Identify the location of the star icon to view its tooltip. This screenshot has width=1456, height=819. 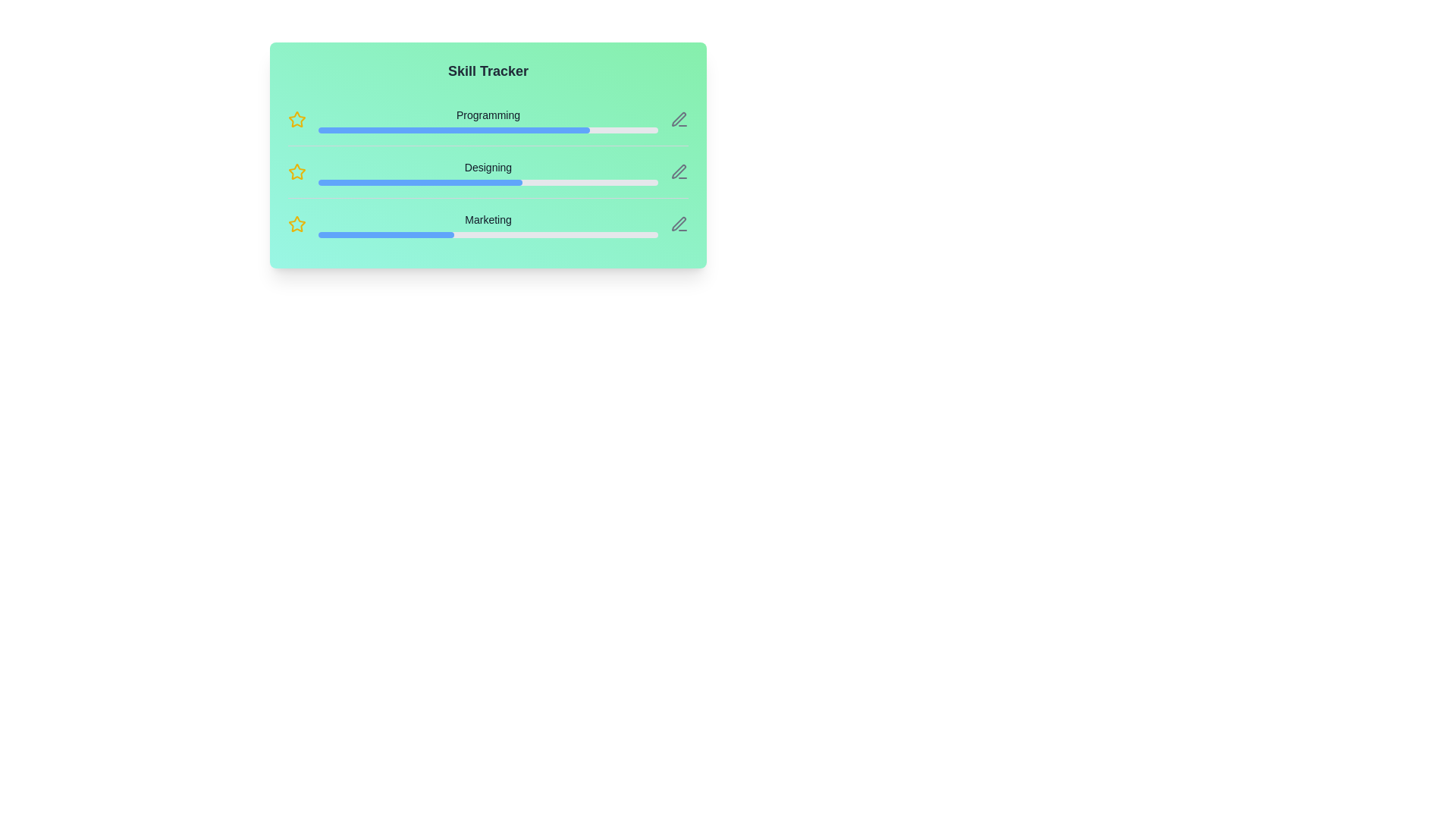
(297, 119).